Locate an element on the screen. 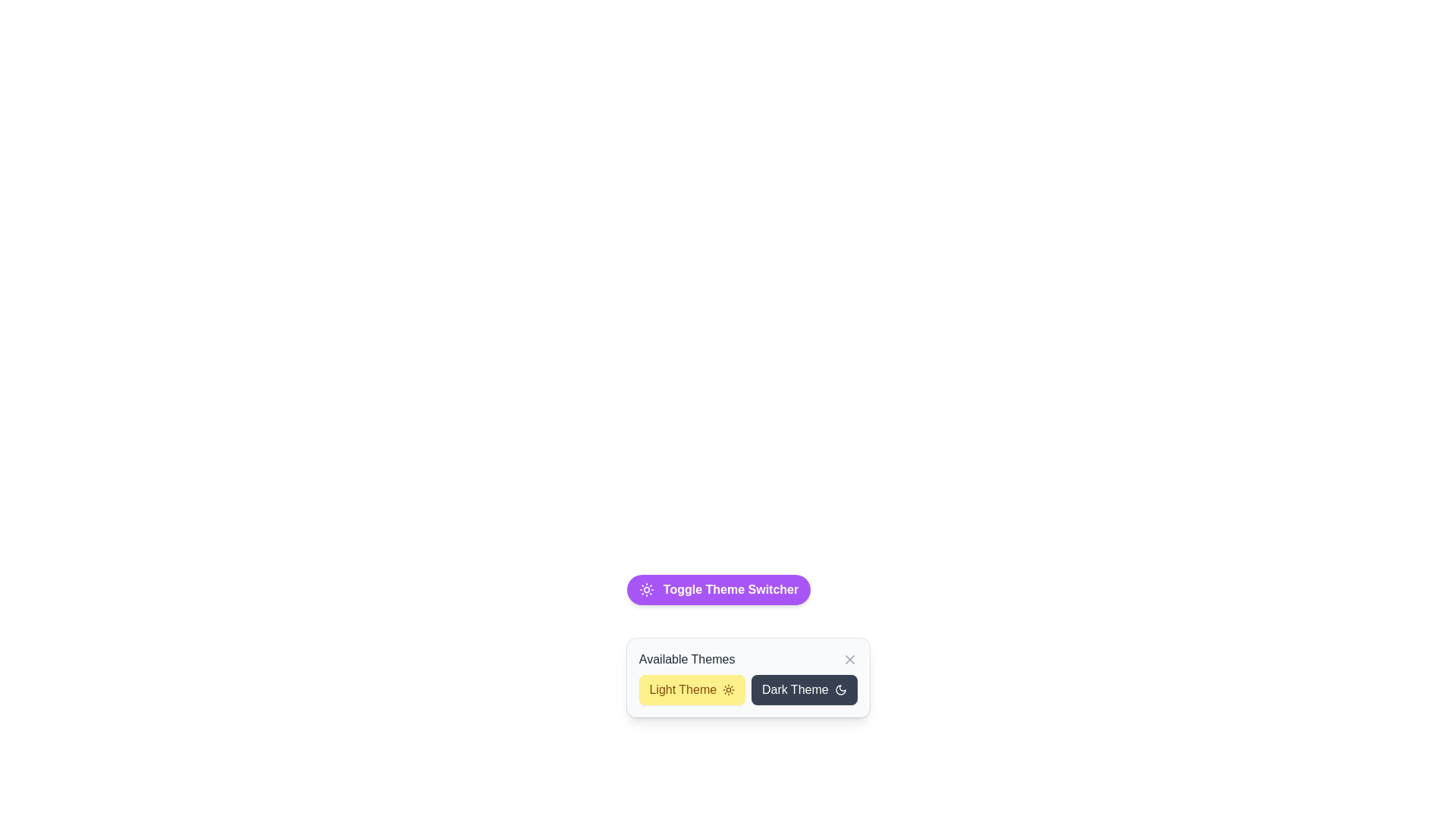  the 'Dark Theme' button in the Dropdown panel labeled 'Available Themes' is located at coordinates (748, 677).